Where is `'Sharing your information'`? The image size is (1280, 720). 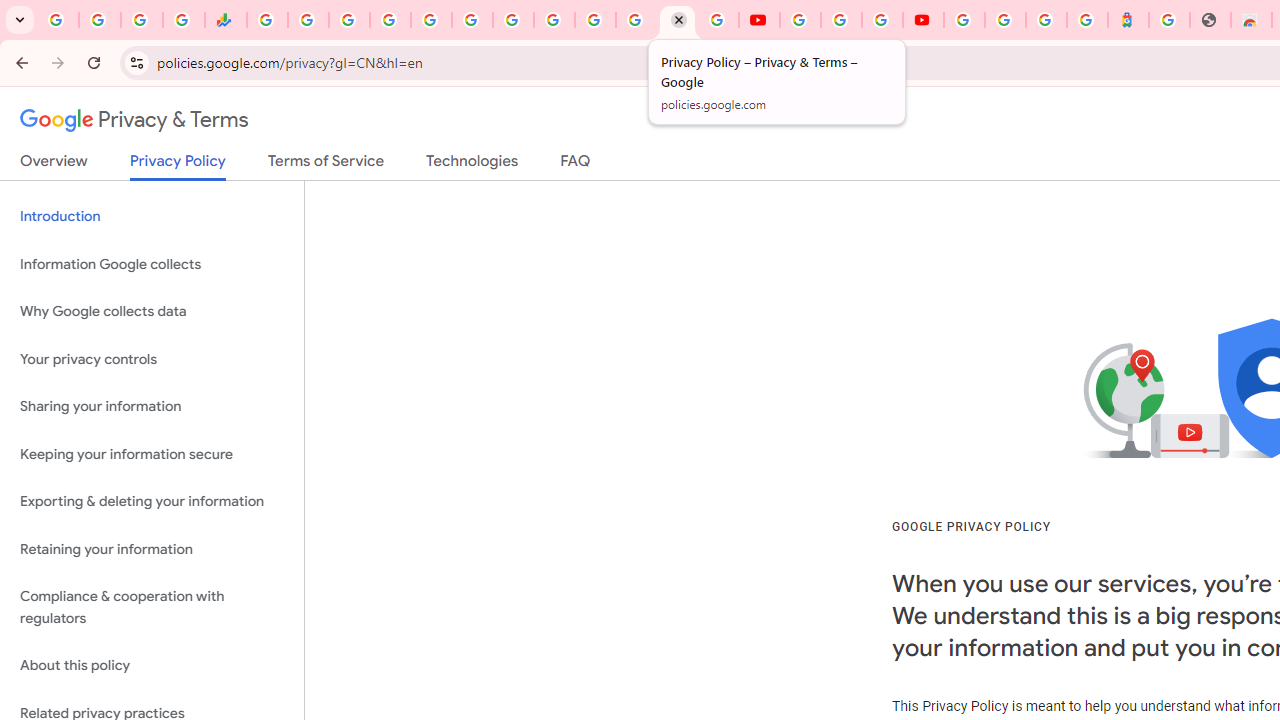 'Sharing your information' is located at coordinates (151, 406).